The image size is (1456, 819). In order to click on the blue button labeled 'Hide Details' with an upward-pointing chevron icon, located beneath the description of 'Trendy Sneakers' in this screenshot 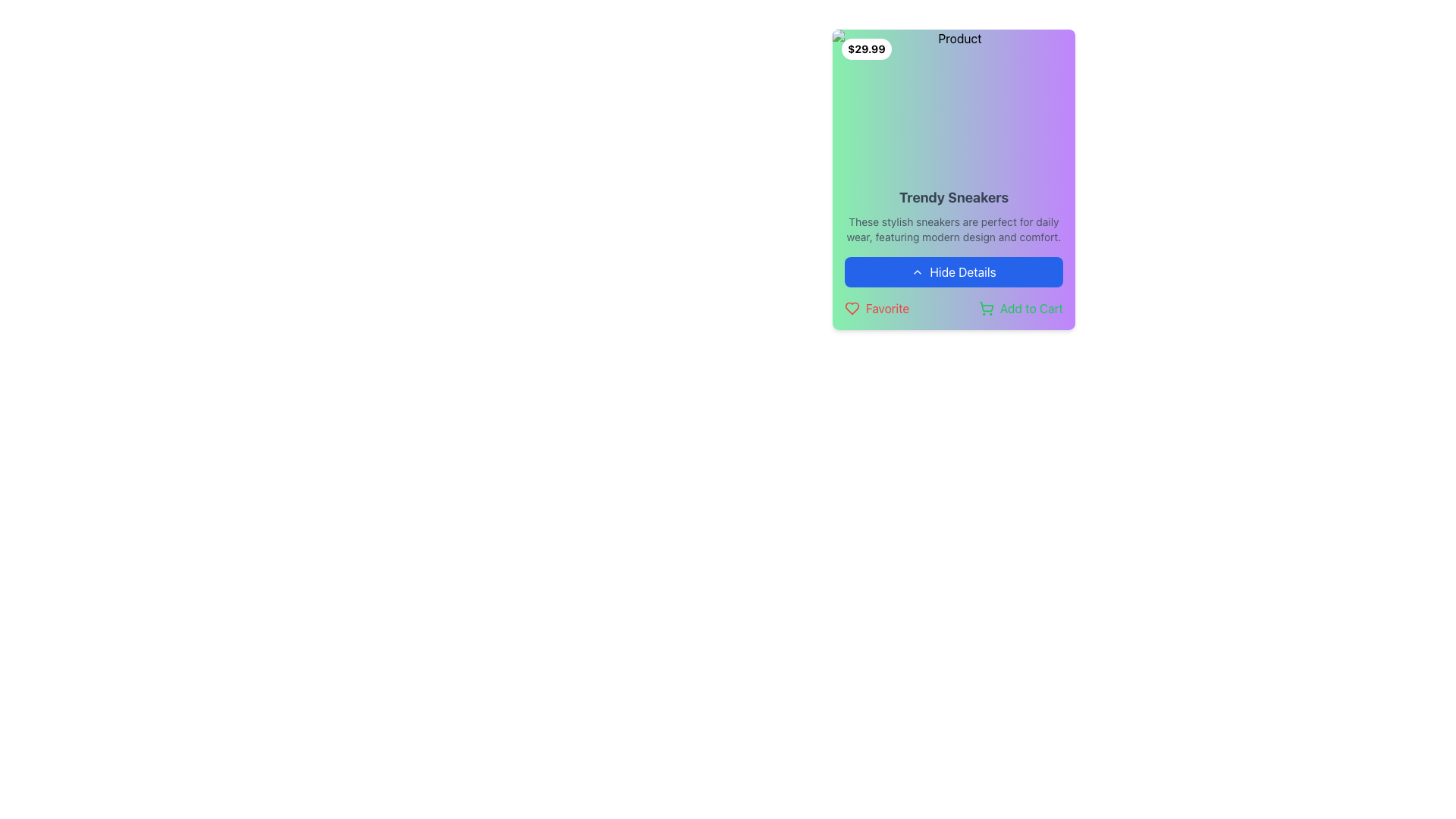, I will do `click(952, 271)`.